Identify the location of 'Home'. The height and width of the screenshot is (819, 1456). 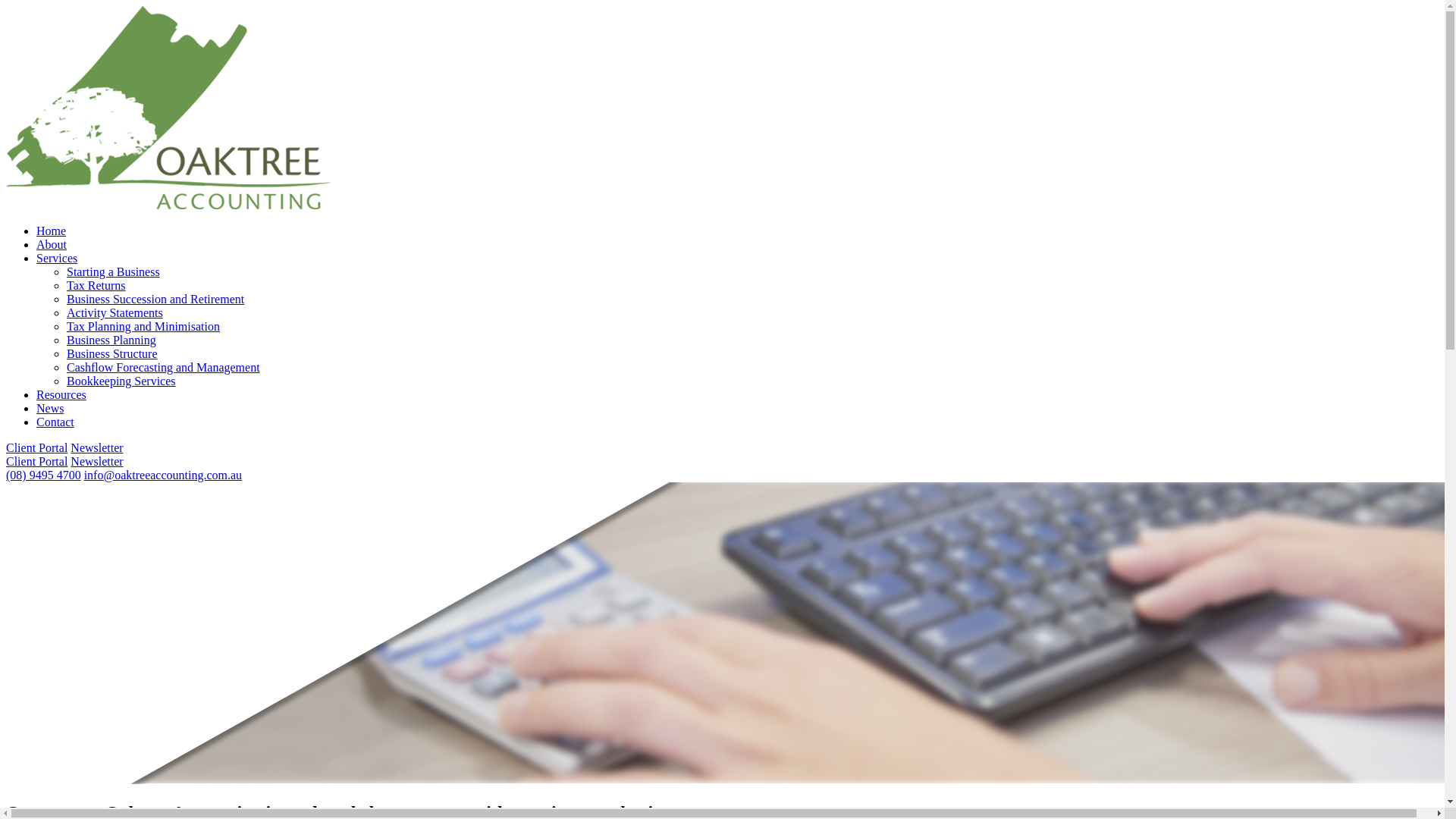
(36, 231).